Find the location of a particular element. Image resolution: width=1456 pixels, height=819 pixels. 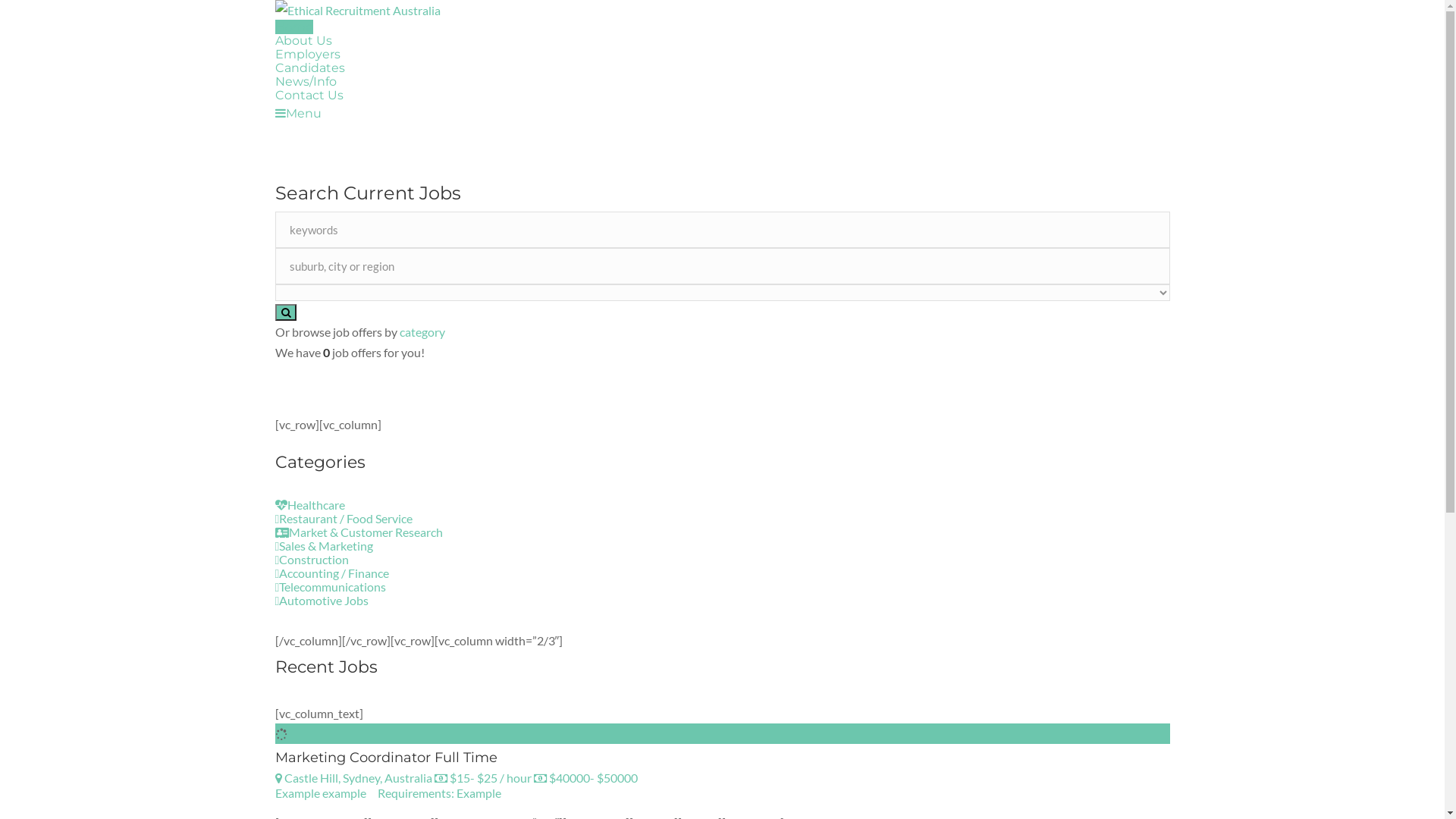

'Employers' is located at coordinates (274, 53).